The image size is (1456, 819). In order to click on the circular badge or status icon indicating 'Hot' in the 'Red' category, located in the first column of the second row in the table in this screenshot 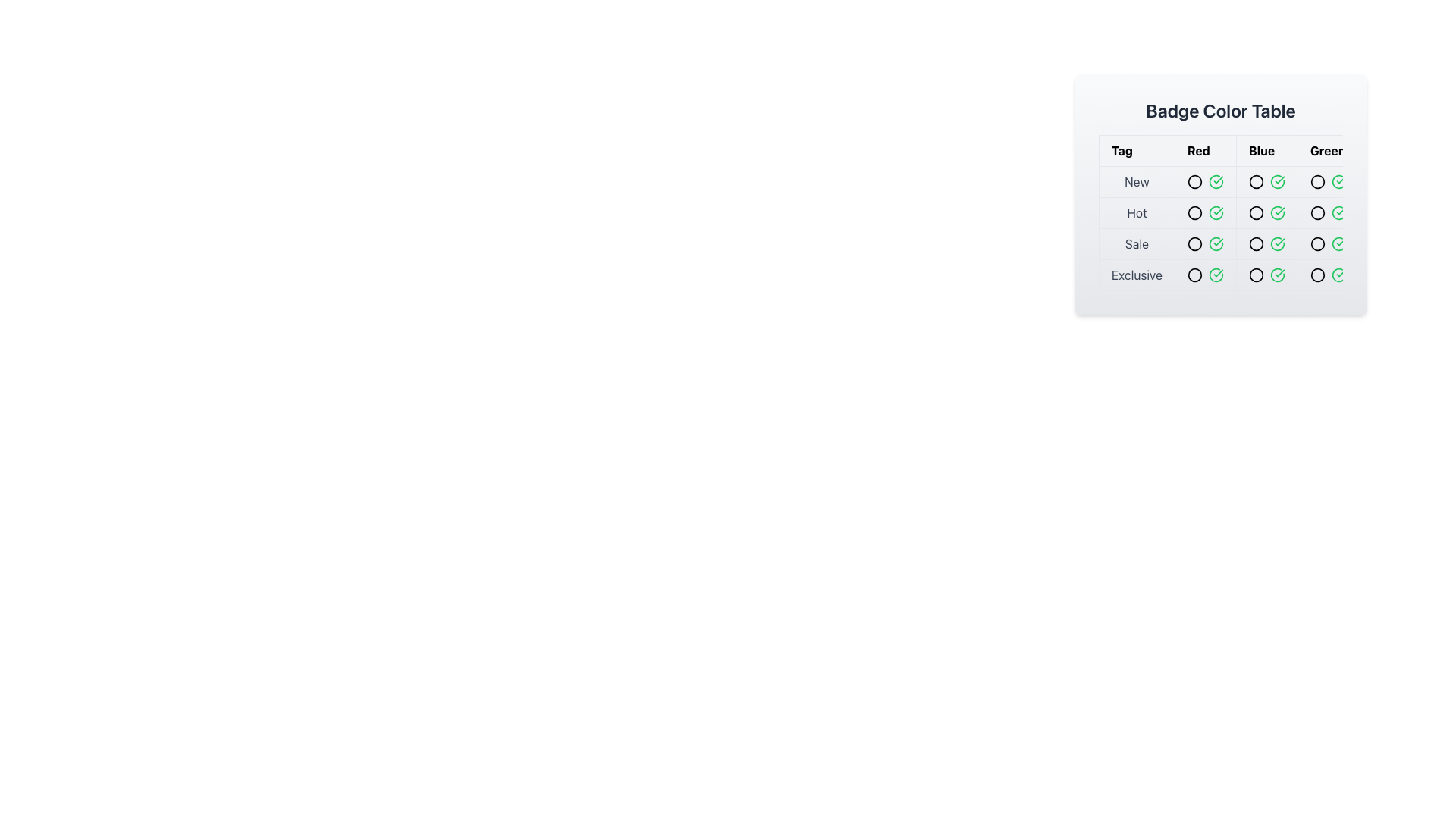, I will do `click(1194, 213)`.